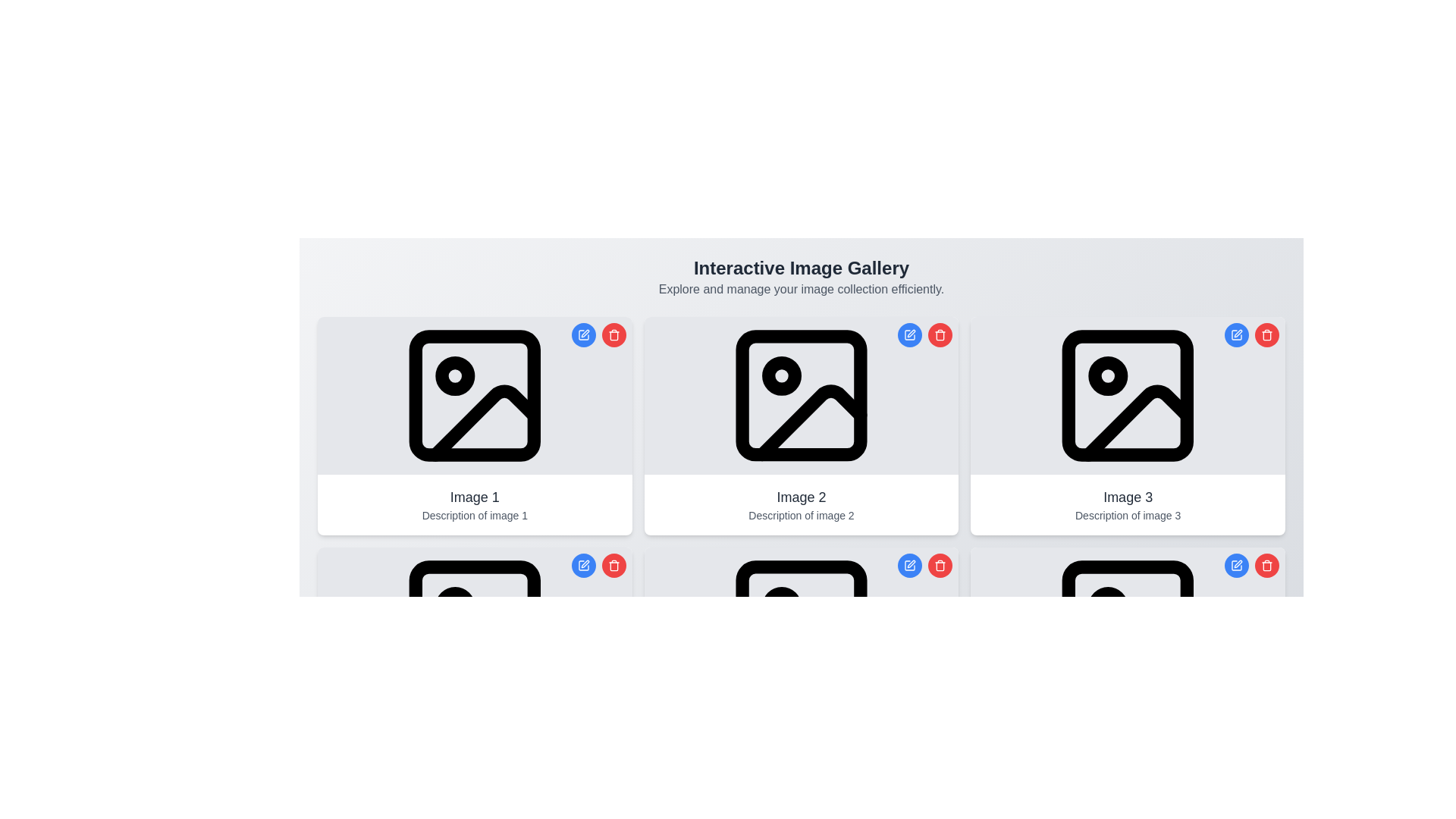  What do you see at coordinates (1266, 565) in the screenshot?
I see `the rounded red button with a trash can icon located in the top-right corner of the card showcasing 'Image 3.'` at bounding box center [1266, 565].